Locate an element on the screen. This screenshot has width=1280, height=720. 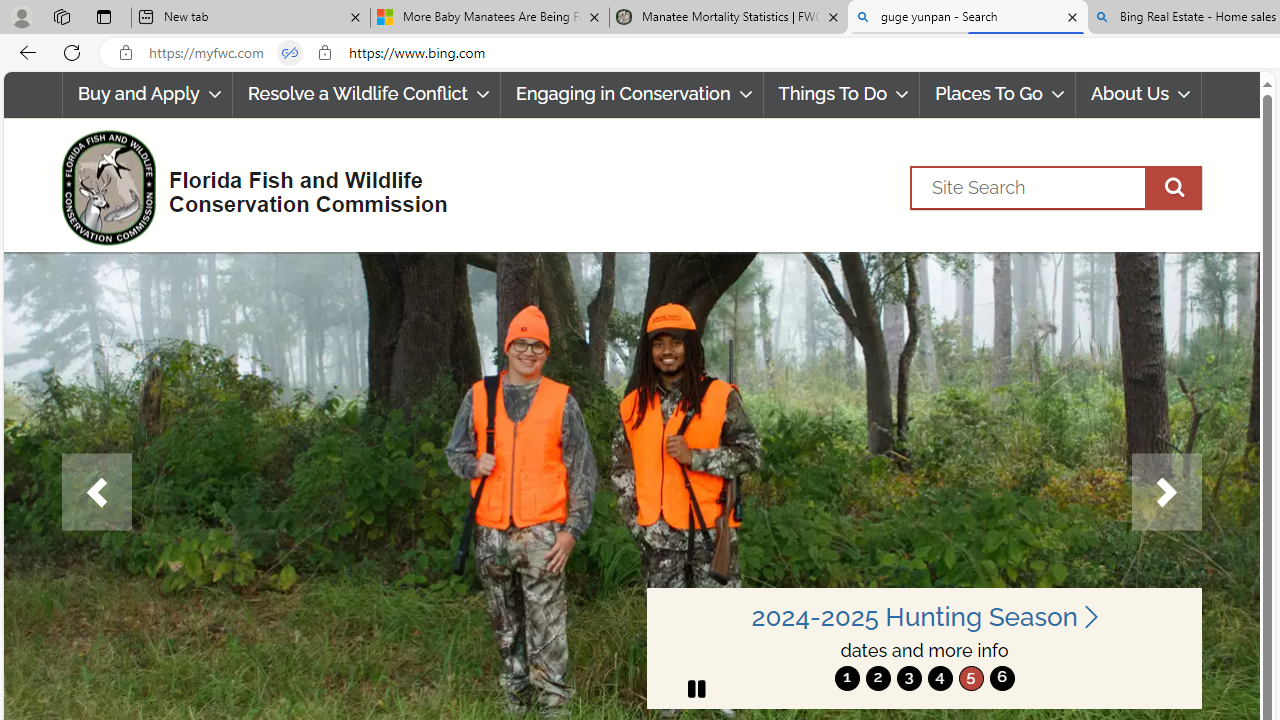
'4' is located at coordinates (939, 677).